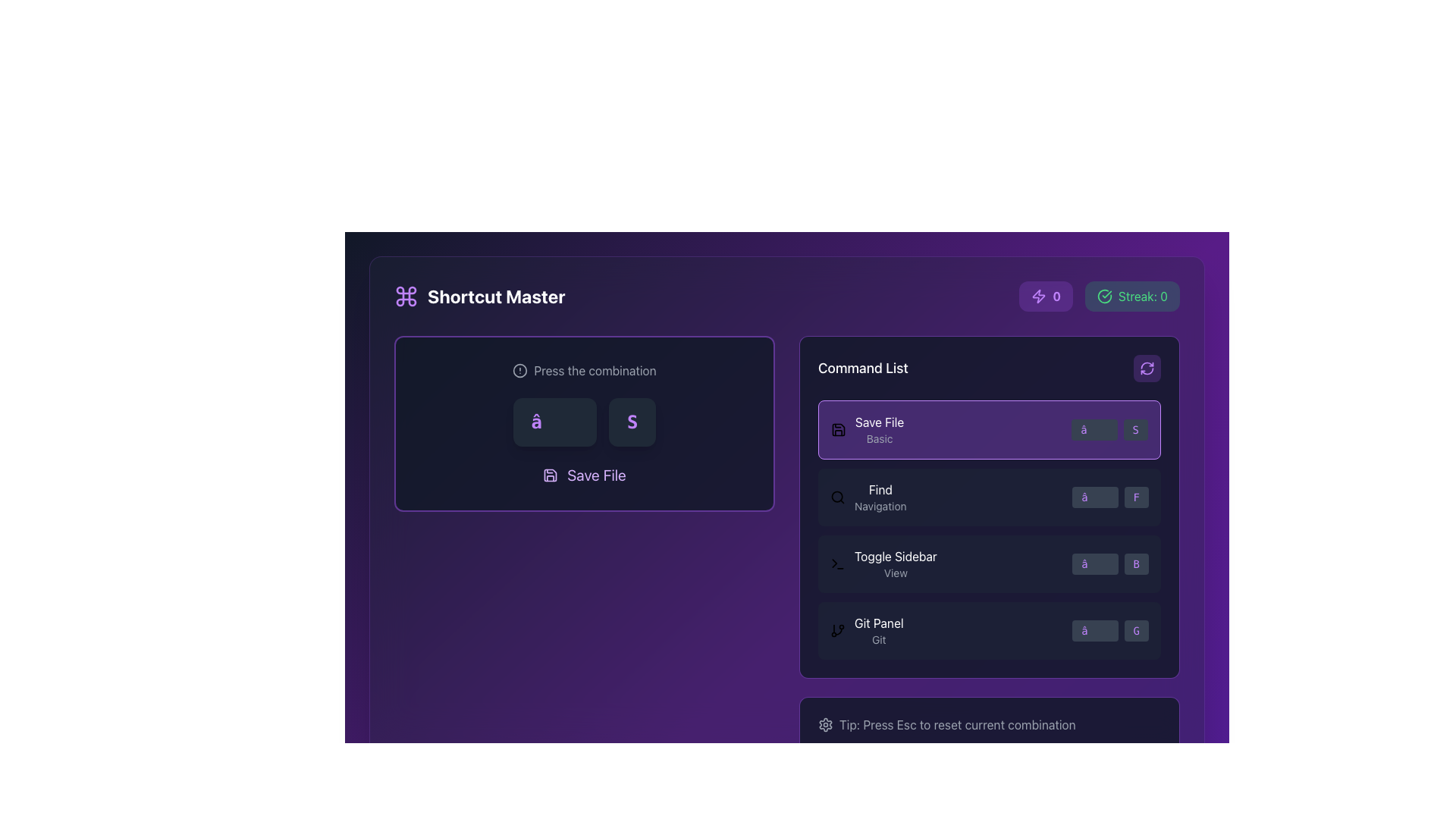 This screenshot has width=1456, height=819. Describe the element at coordinates (632, 422) in the screenshot. I see `the visual appearance of the 'S' key representation, which is the second key in the horizontal group located in the 'Press the combination' subsection` at that location.